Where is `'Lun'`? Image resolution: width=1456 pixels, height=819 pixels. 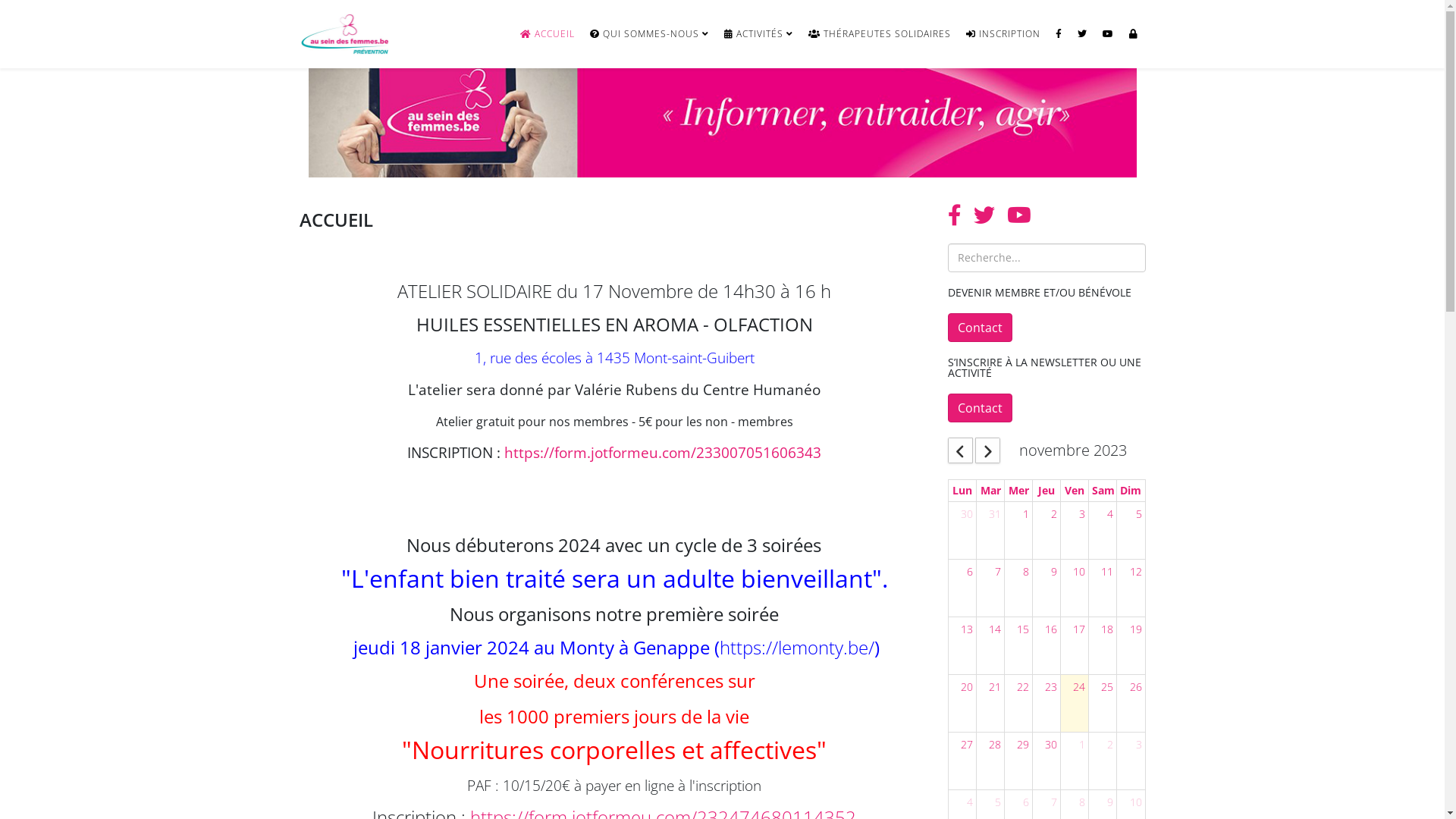
'Lun' is located at coordinates (949, 491).